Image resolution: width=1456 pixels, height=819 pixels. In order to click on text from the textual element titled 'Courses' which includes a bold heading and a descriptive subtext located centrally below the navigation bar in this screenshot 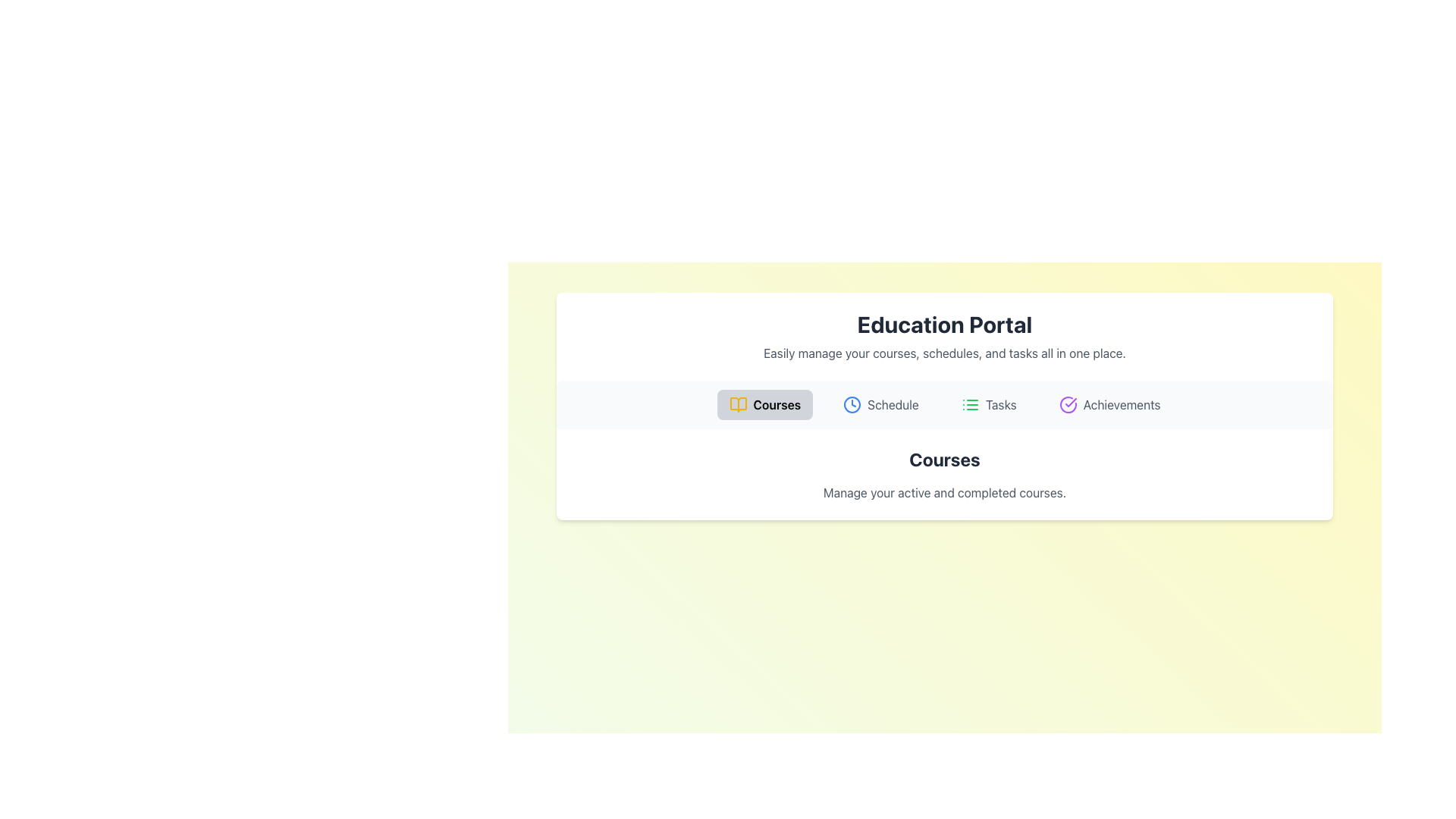, I will do `click(944, 473)`.